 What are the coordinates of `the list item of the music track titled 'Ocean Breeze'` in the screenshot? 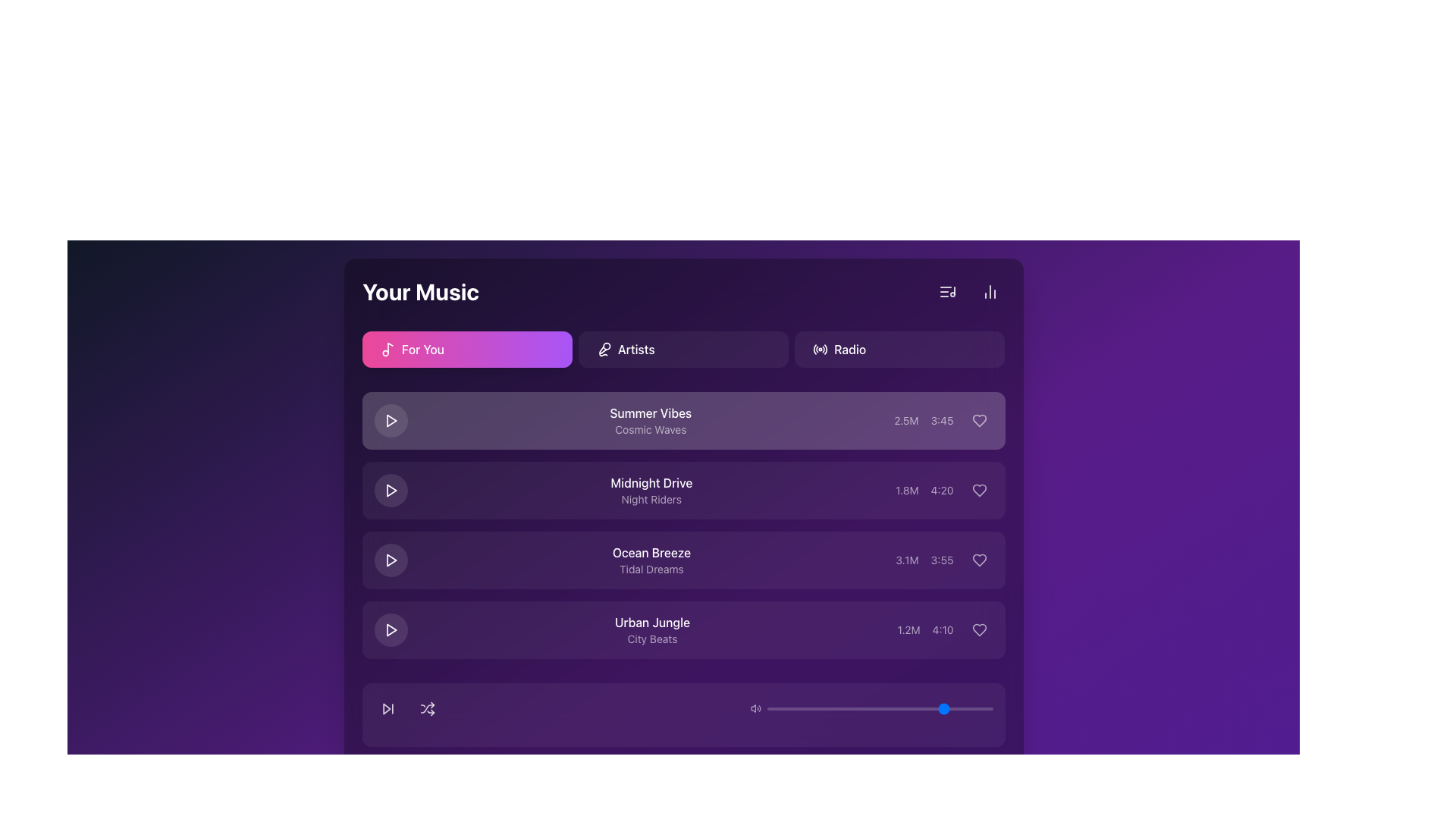 It's located at (682, 560).